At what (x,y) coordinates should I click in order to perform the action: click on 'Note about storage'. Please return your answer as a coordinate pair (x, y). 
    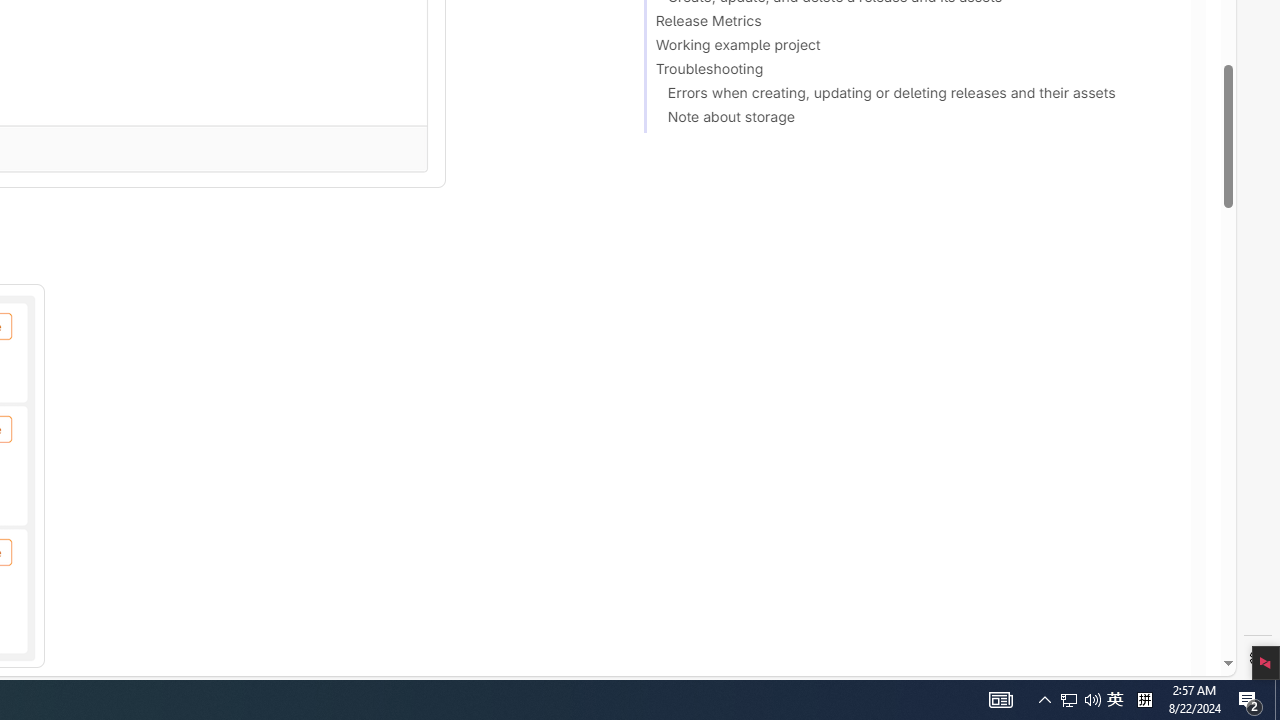
    Looking at the image, I should click on (907, 120).